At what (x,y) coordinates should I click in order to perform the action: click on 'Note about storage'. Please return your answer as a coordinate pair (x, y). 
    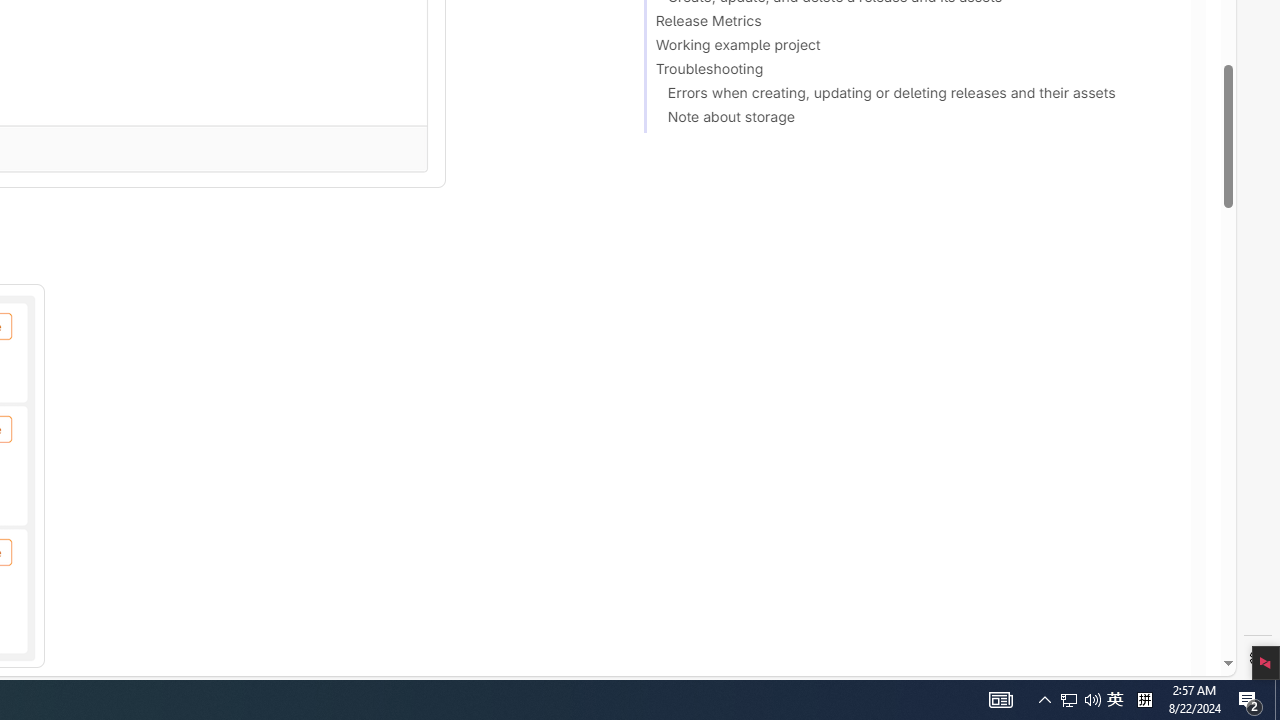
    Looking at the image, I should click on (907, 120).